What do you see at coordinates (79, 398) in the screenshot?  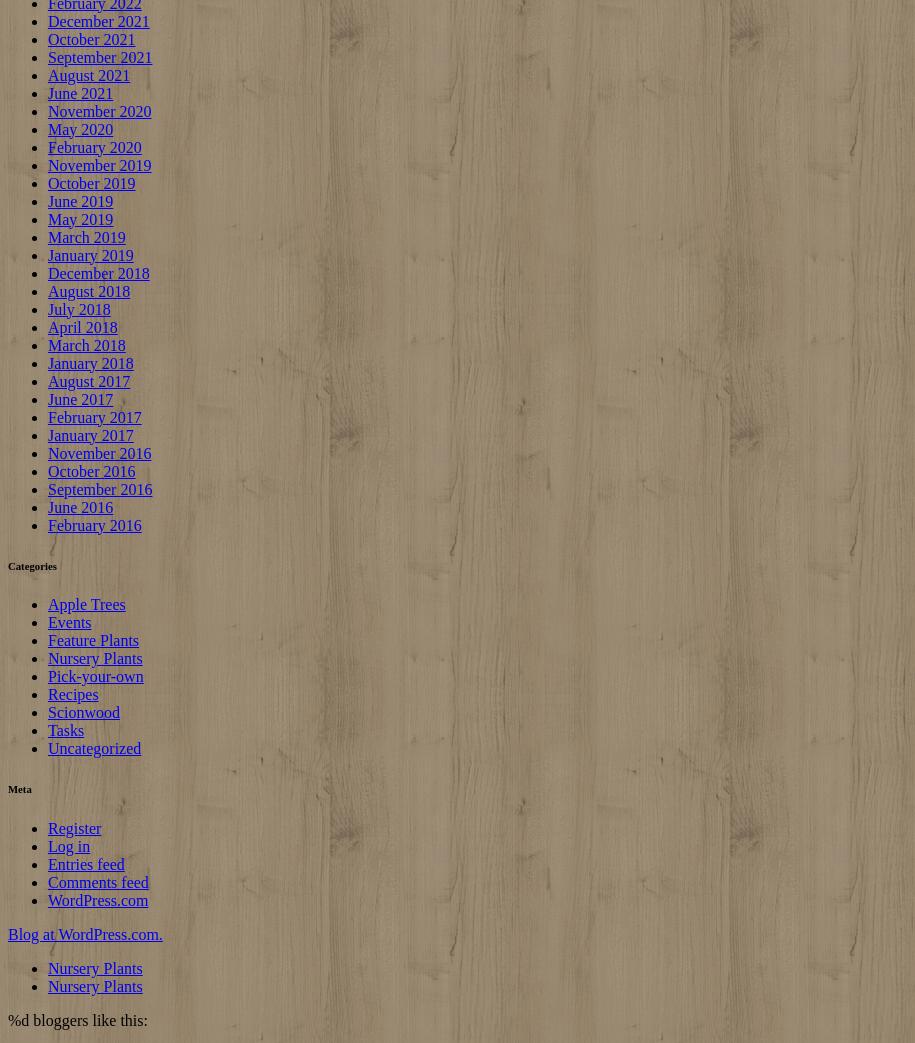 I see `'June 2017'` at bounding box center [79, 398].